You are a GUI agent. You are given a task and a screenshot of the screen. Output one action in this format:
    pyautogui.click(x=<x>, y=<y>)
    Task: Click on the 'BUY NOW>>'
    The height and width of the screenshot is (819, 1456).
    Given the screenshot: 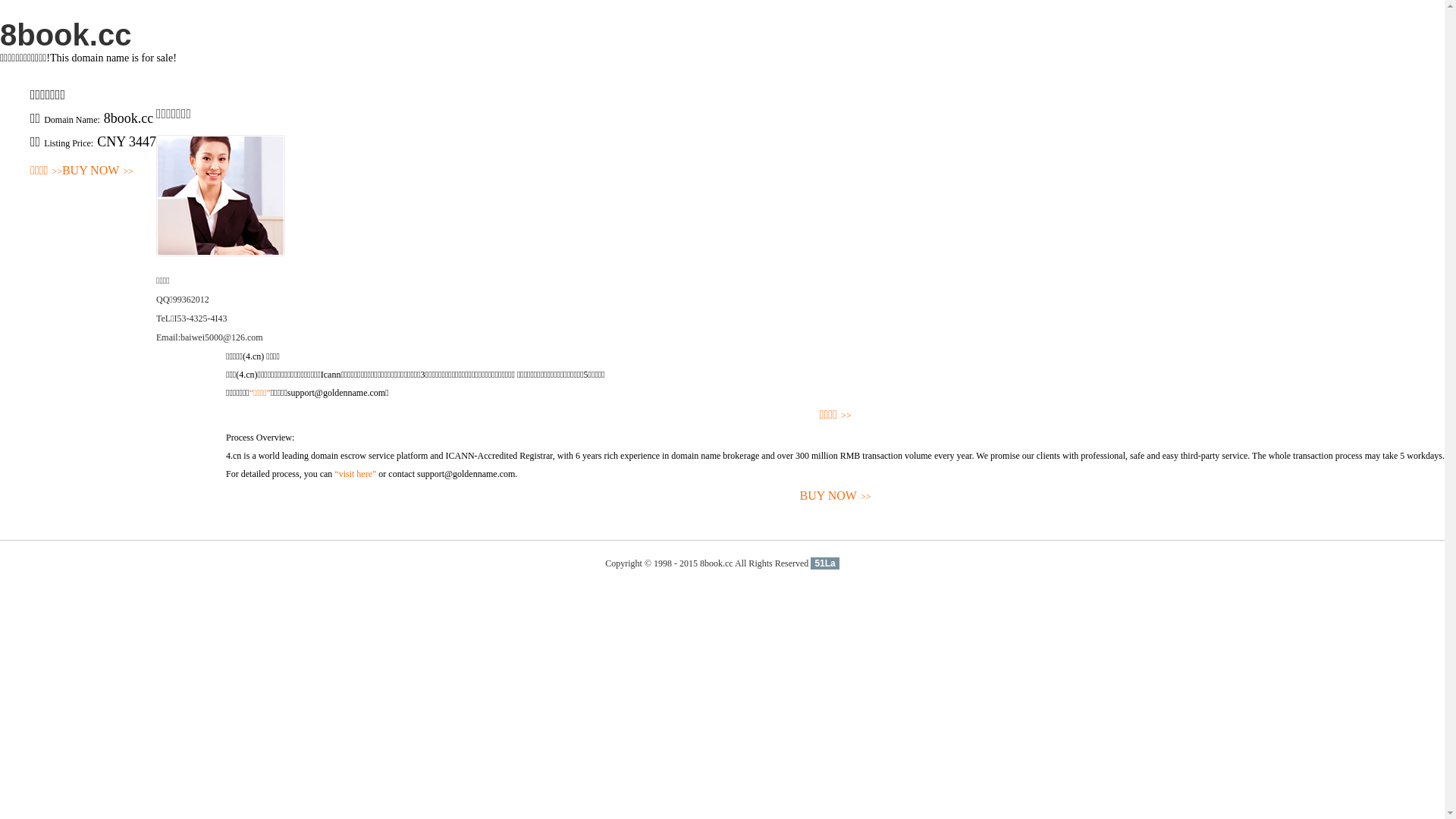 What is the action you would take?
    pyautogui.click(x=97, y=171)
    